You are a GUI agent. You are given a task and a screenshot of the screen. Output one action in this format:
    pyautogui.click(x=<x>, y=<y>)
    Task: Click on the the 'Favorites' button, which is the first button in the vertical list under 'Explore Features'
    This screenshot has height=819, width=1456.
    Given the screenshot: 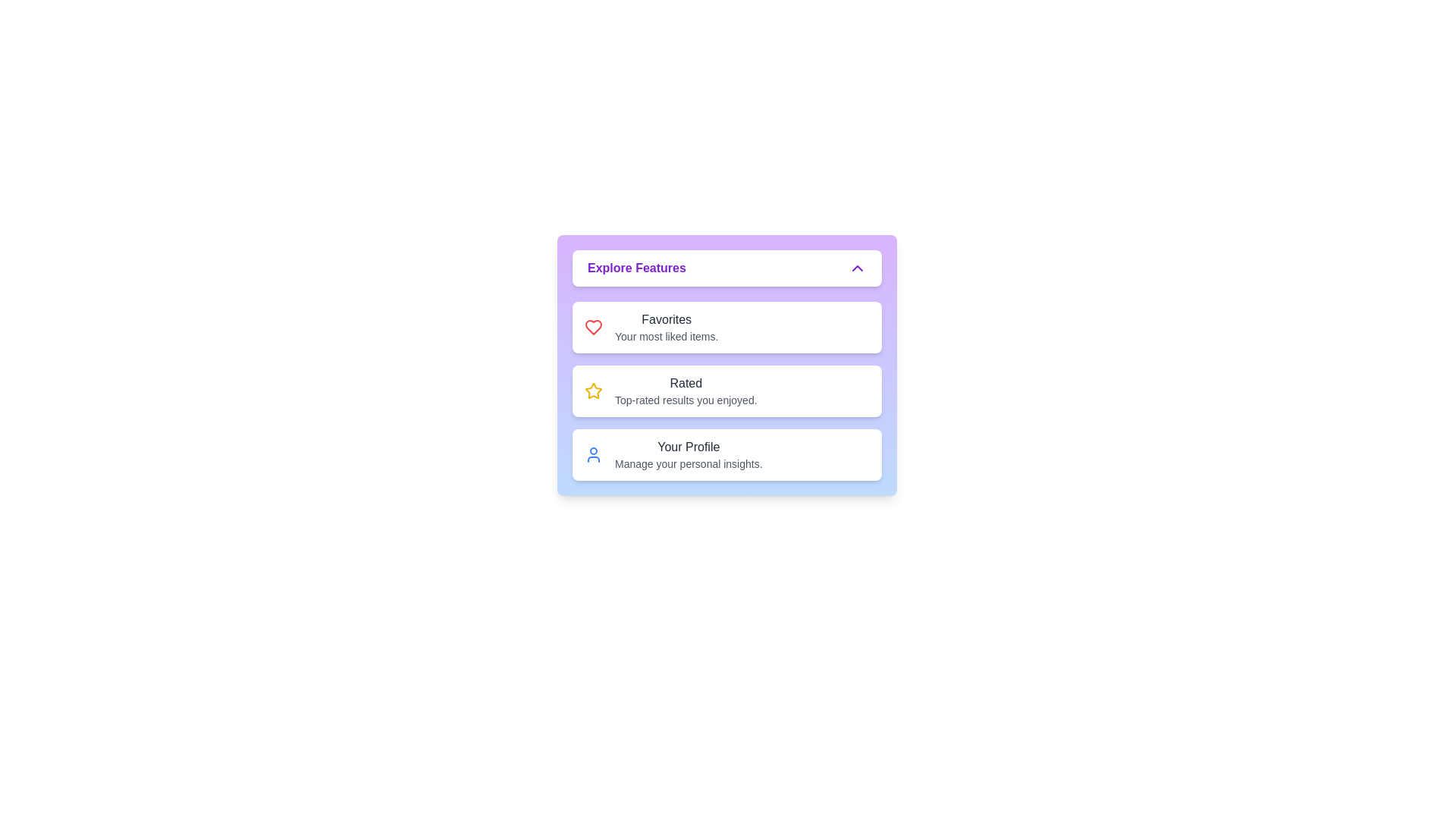 What is the action you would take?
    pyautogui.click(x=726, y=327)
    